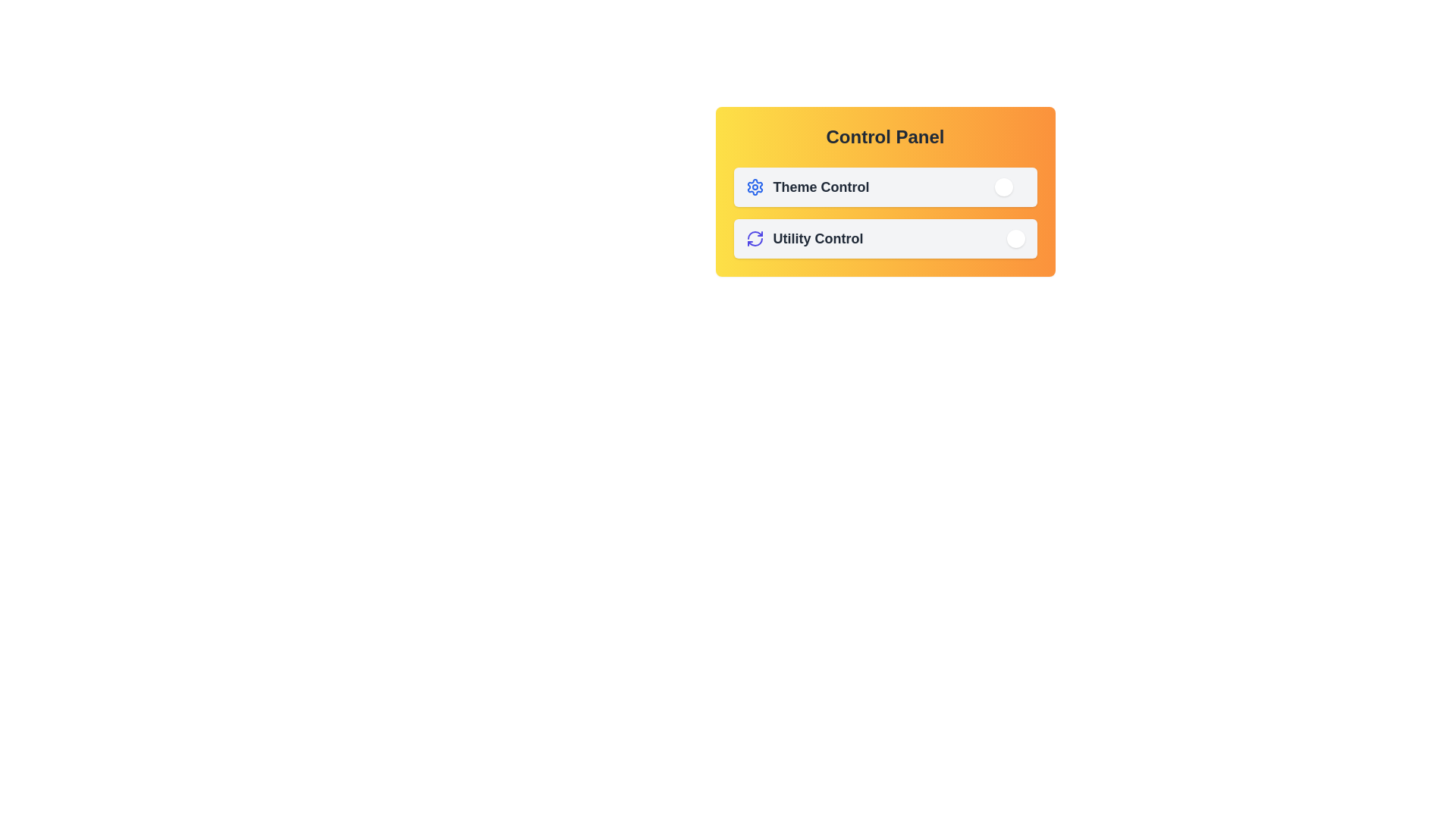  Describe the element at coordinates (755, 239) in the screenshot. I see `the refresh icon located to the left of 'Utility Control' within the orange-yellow card labeled 'Control Panel'` at that location.